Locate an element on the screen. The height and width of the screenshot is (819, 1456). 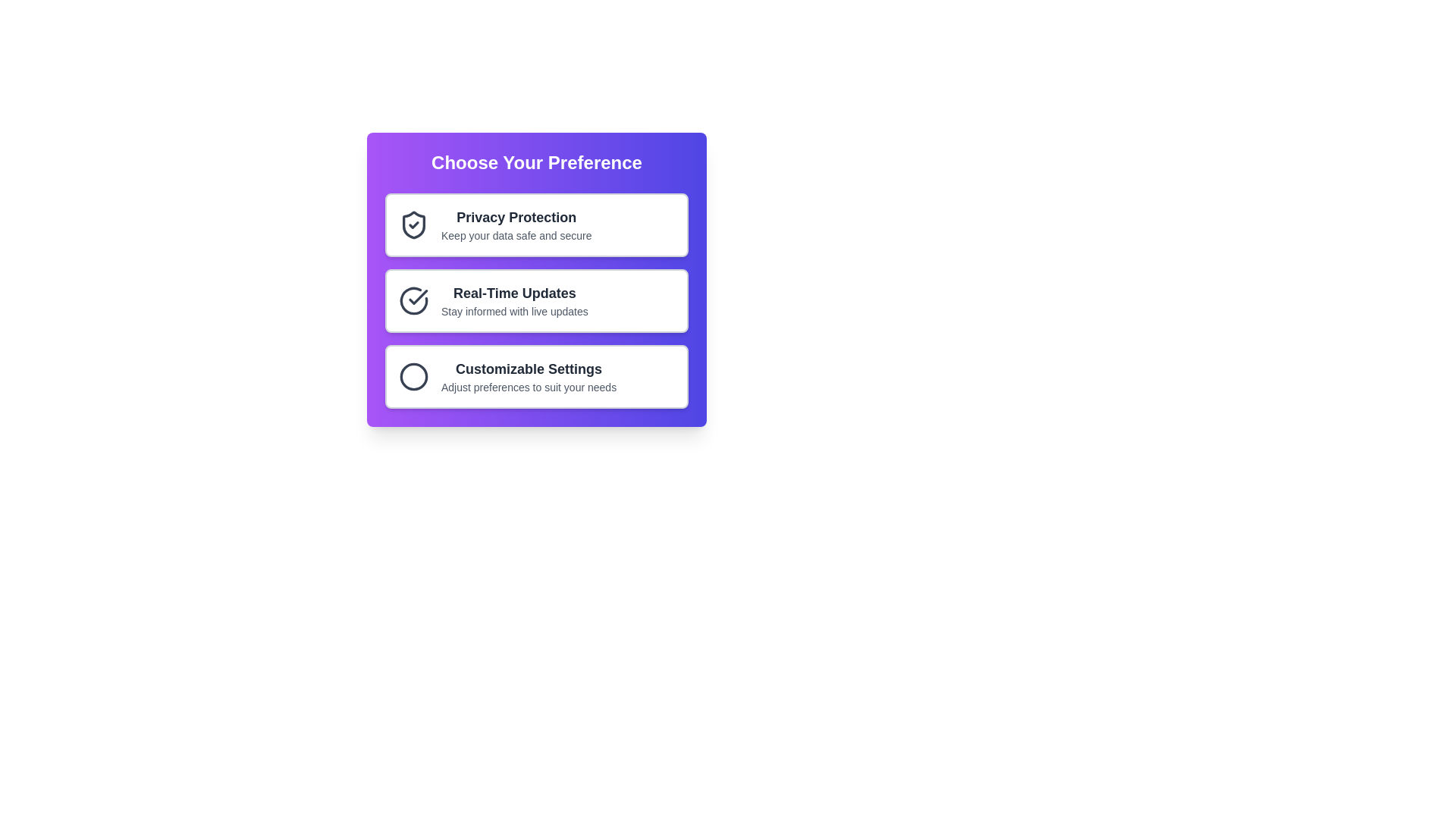
the Checkmark icon within the 'Real-Time Updates' SVG group, which indicates a selected state is located at coordinates (418, 297).